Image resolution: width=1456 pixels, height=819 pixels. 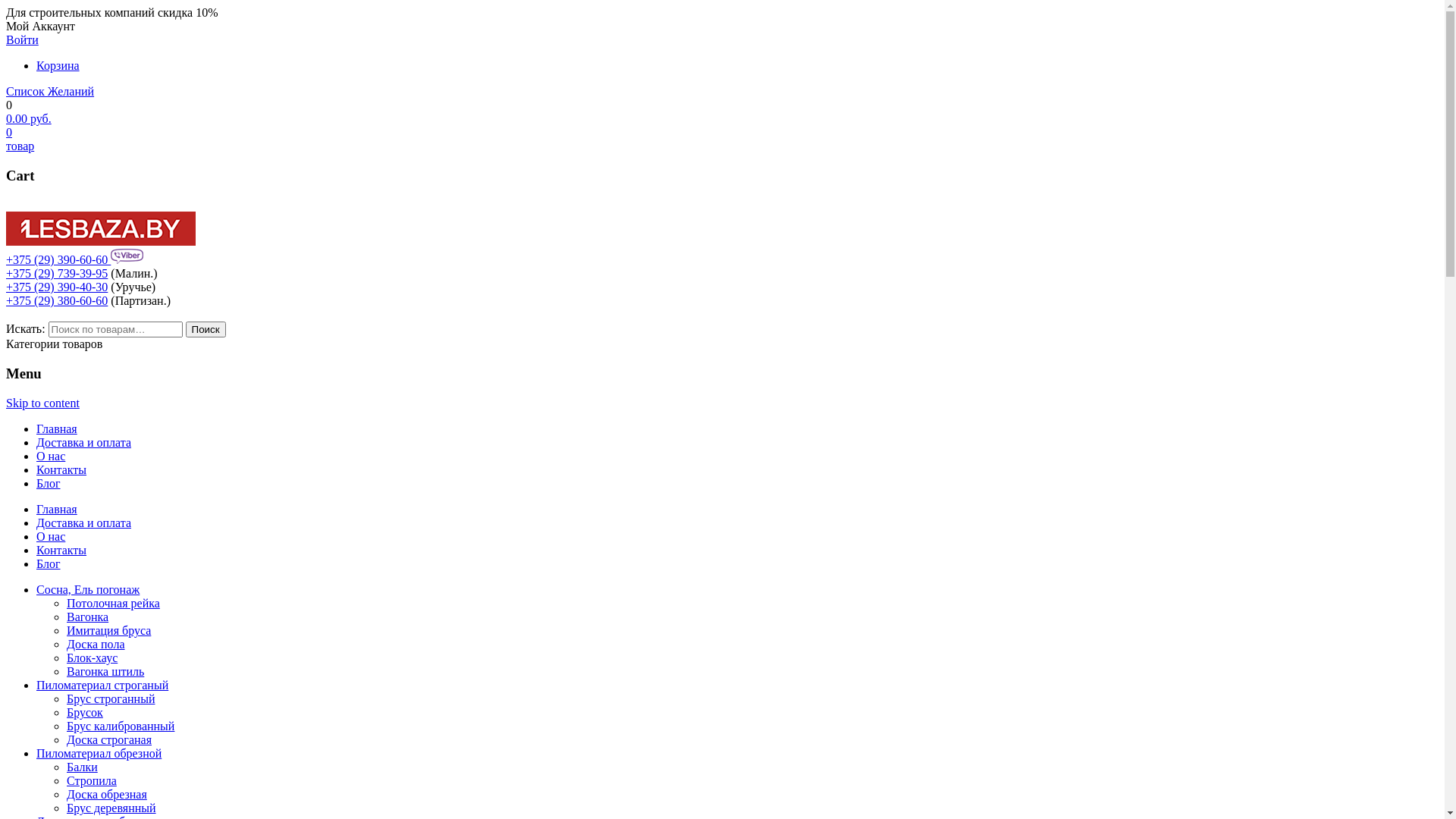 I want to click on '+375 (29) 739-39-95', so click(x=57, y=273).